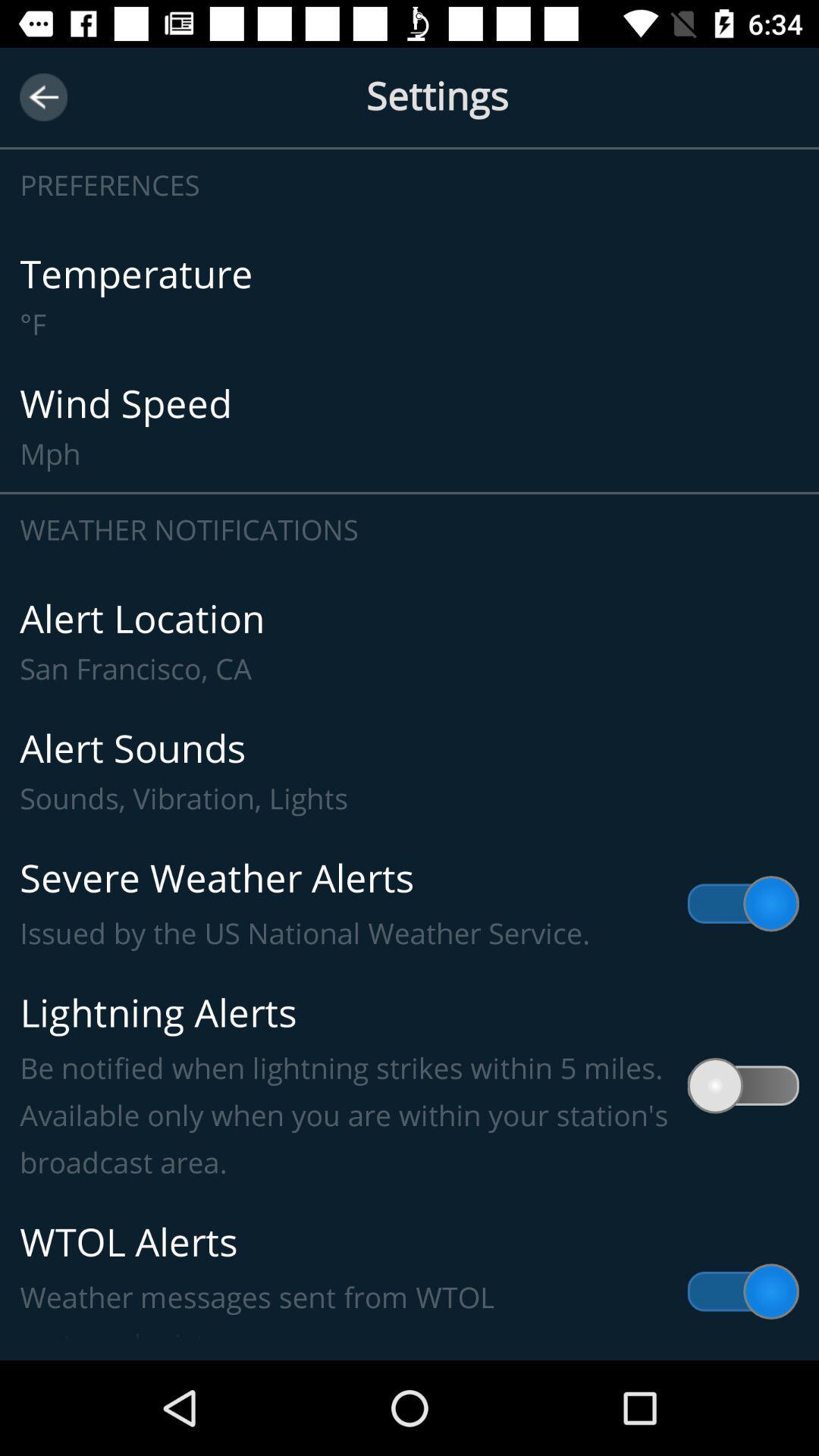  Describe the element at coordinates (42, 96) in the screenshot. I see `the arrow_backward icon` at that location.